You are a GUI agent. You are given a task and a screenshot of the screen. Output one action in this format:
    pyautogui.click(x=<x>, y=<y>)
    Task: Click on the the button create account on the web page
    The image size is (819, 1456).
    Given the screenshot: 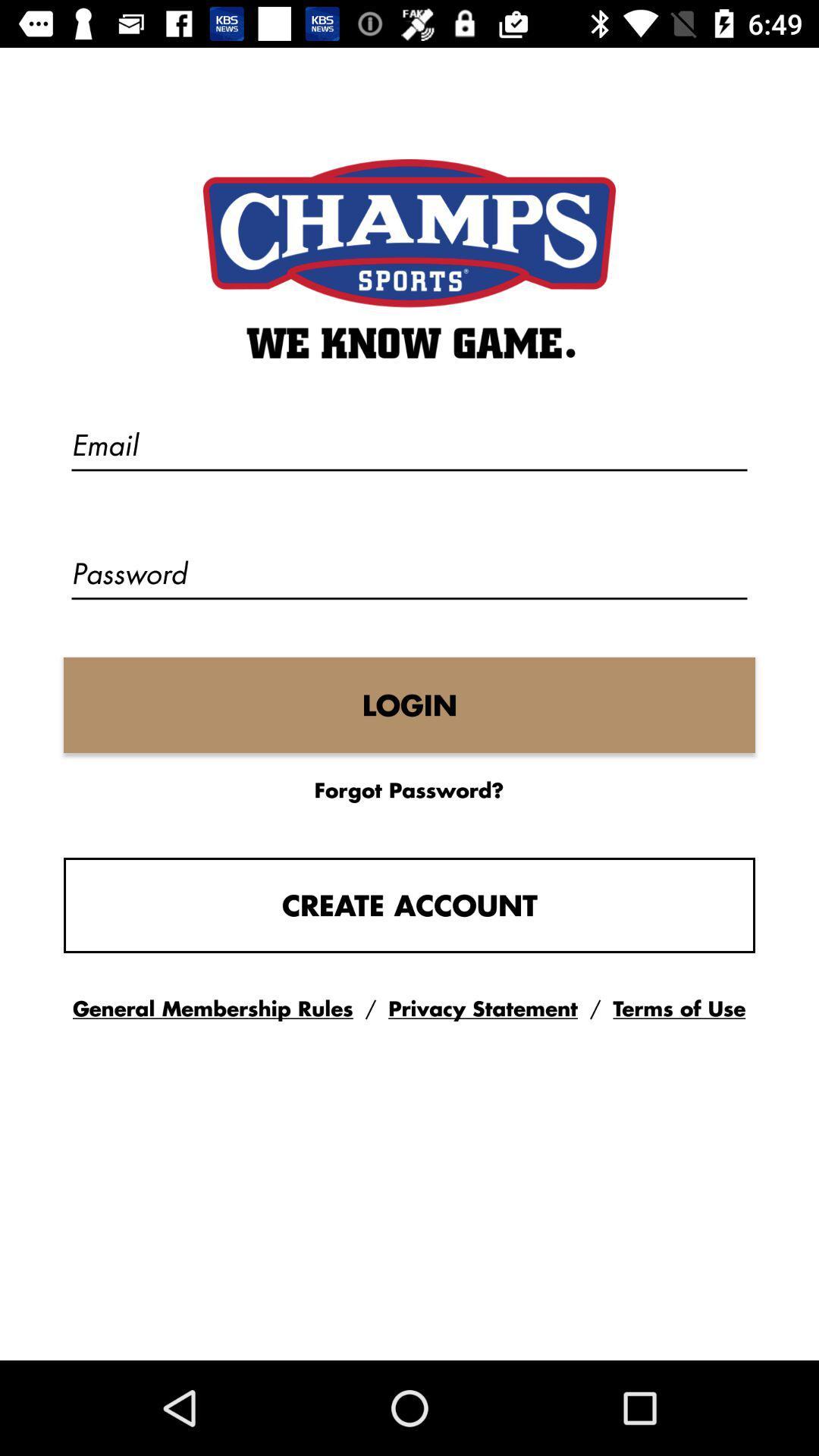 What is the action you would take?
    pyautogui.click(x=409, y=905)
    